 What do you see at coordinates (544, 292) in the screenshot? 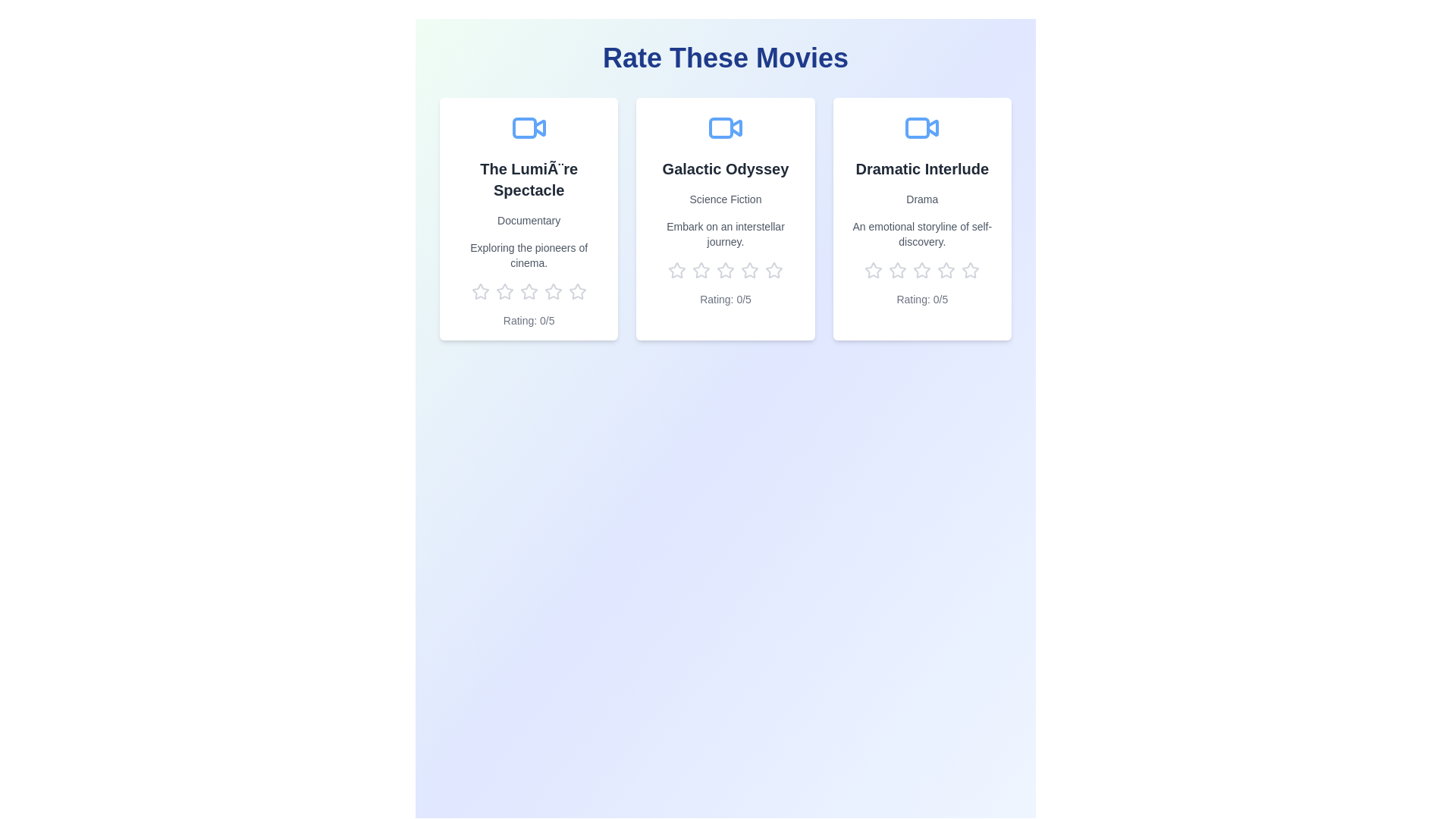
I see `the rating for a movie to 4 stars by clicking on the corresponding star` at bounding box center [544, 292].